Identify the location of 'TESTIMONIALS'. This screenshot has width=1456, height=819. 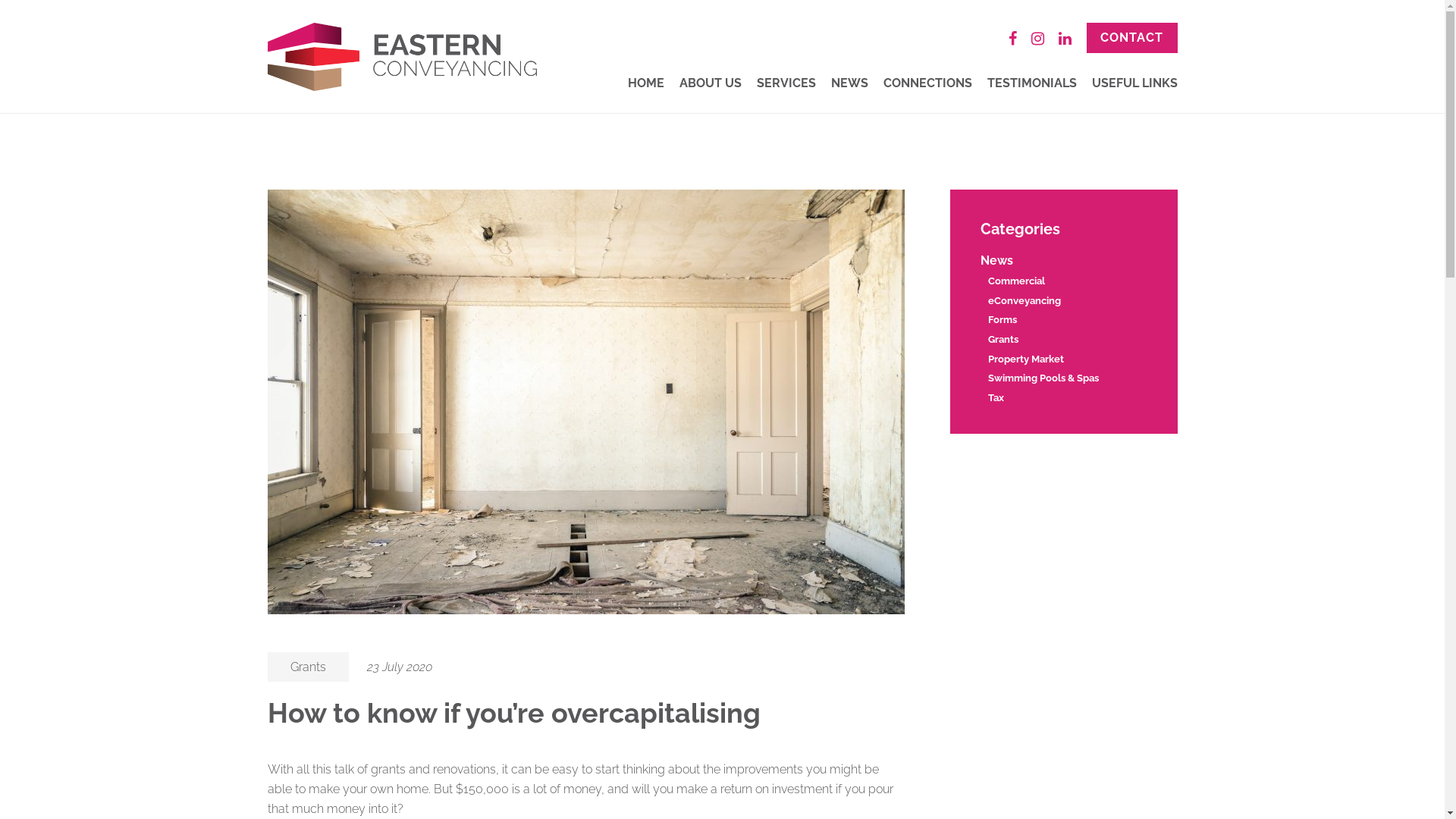
(1031, 83).